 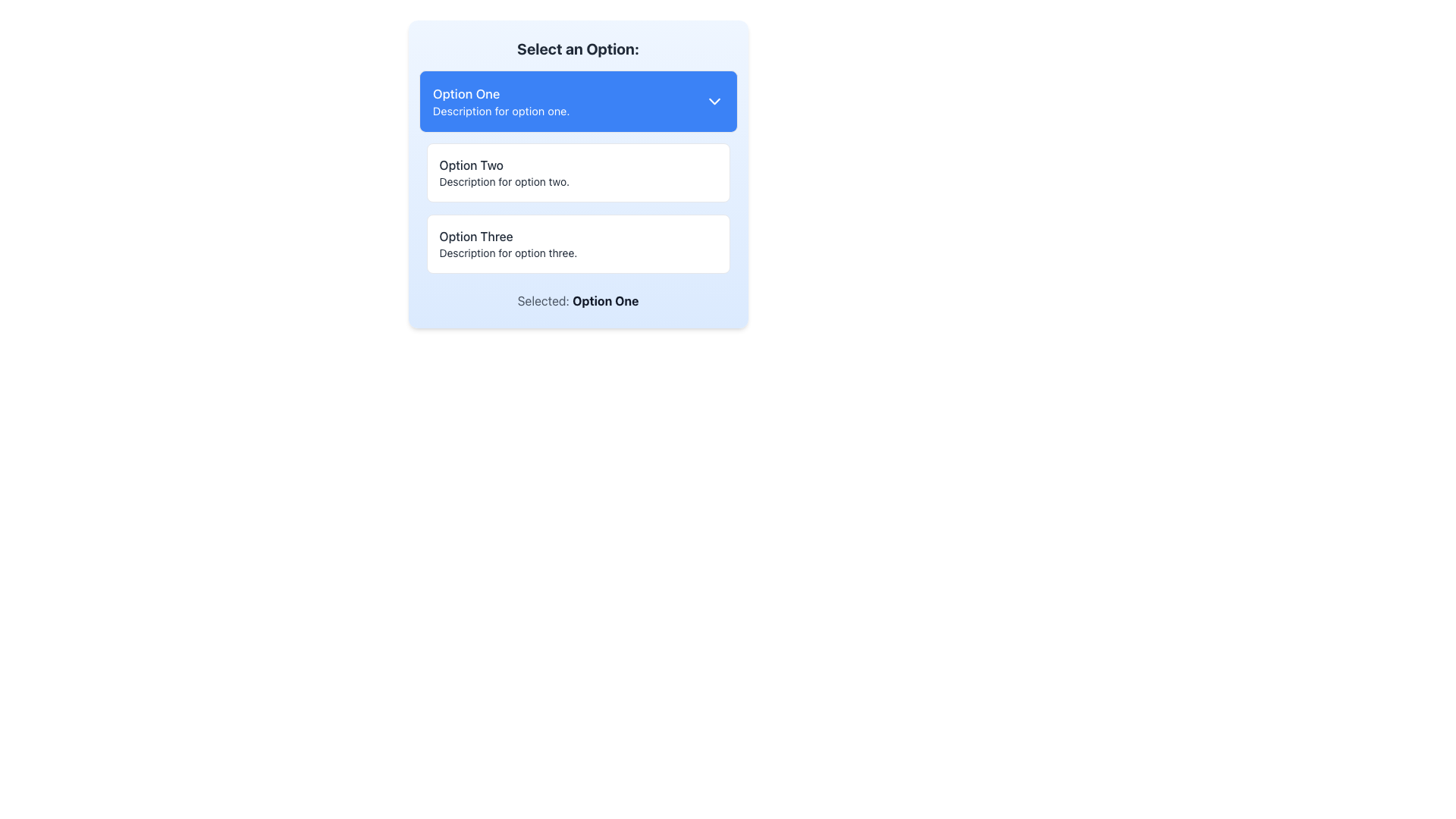 I want to click on the selectable option button labeled 'Option Two', so click(x=577, y=171).